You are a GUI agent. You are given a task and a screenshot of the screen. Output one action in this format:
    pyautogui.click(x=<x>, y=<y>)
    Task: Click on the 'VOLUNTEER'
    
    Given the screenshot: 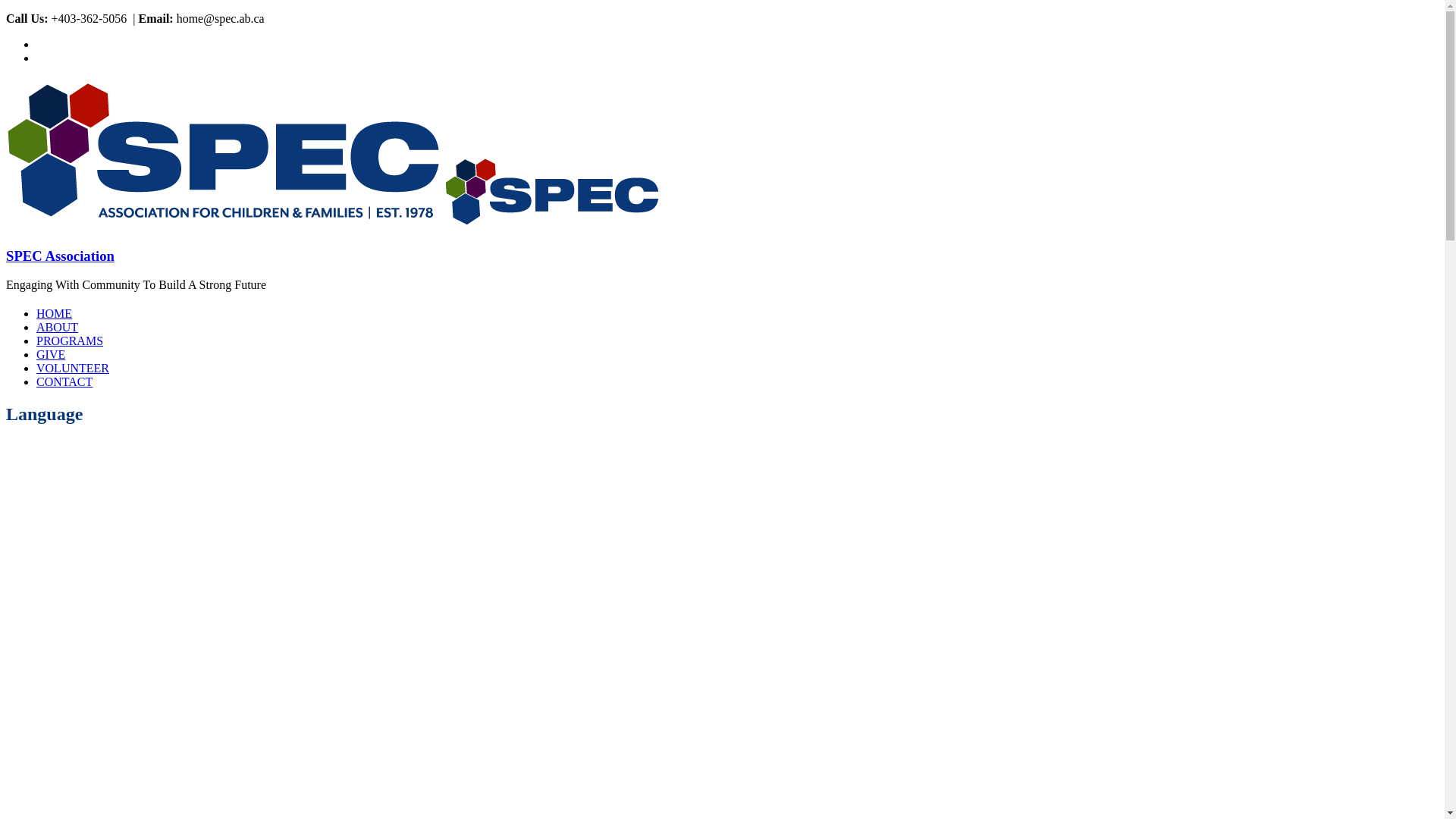 What is the action you would take?
    pyautogui.click(x=72, y=368)
    